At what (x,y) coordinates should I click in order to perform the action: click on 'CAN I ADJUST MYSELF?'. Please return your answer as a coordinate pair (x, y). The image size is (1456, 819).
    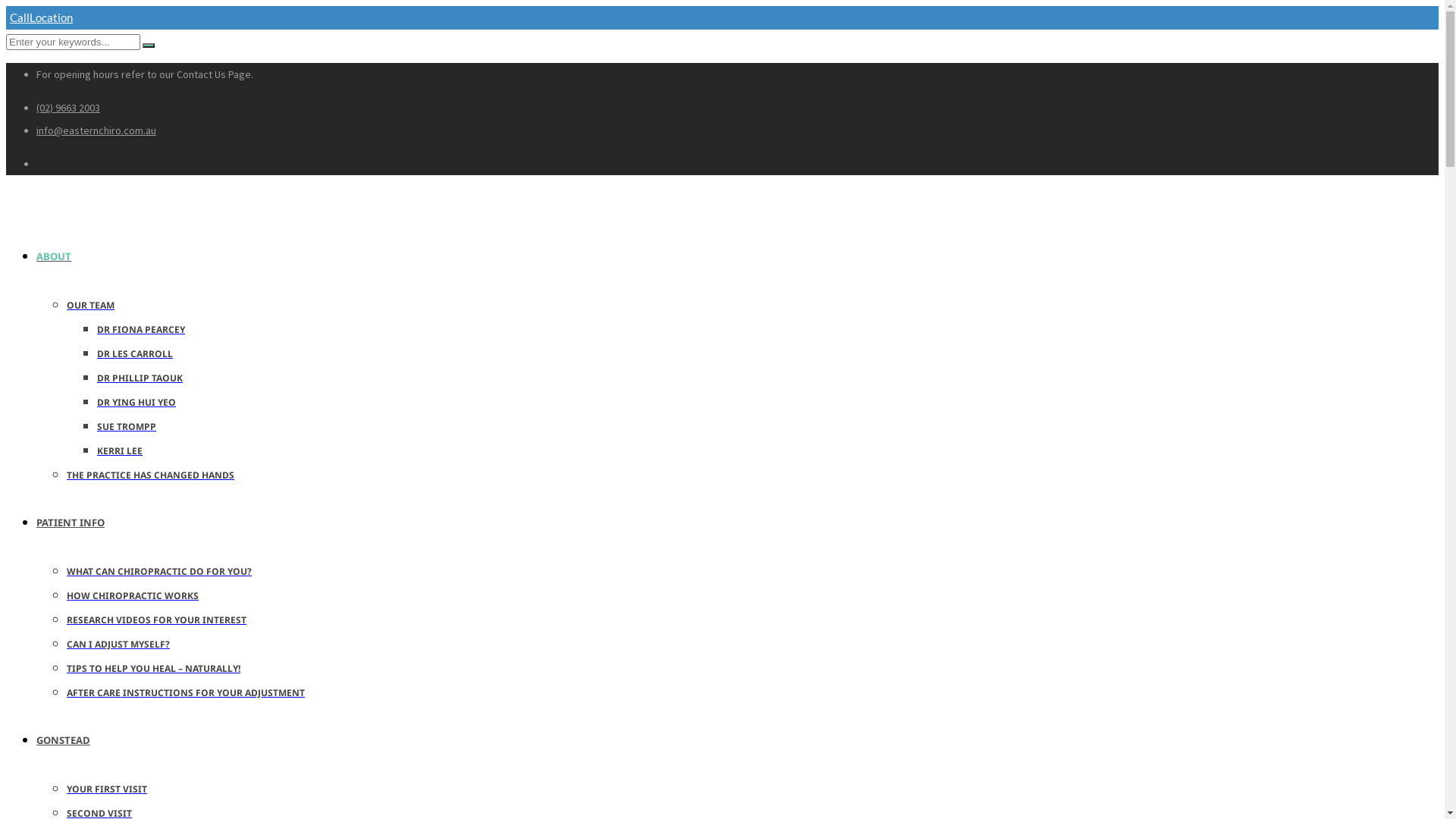
    Looking at the image, I should click on (118, 644).